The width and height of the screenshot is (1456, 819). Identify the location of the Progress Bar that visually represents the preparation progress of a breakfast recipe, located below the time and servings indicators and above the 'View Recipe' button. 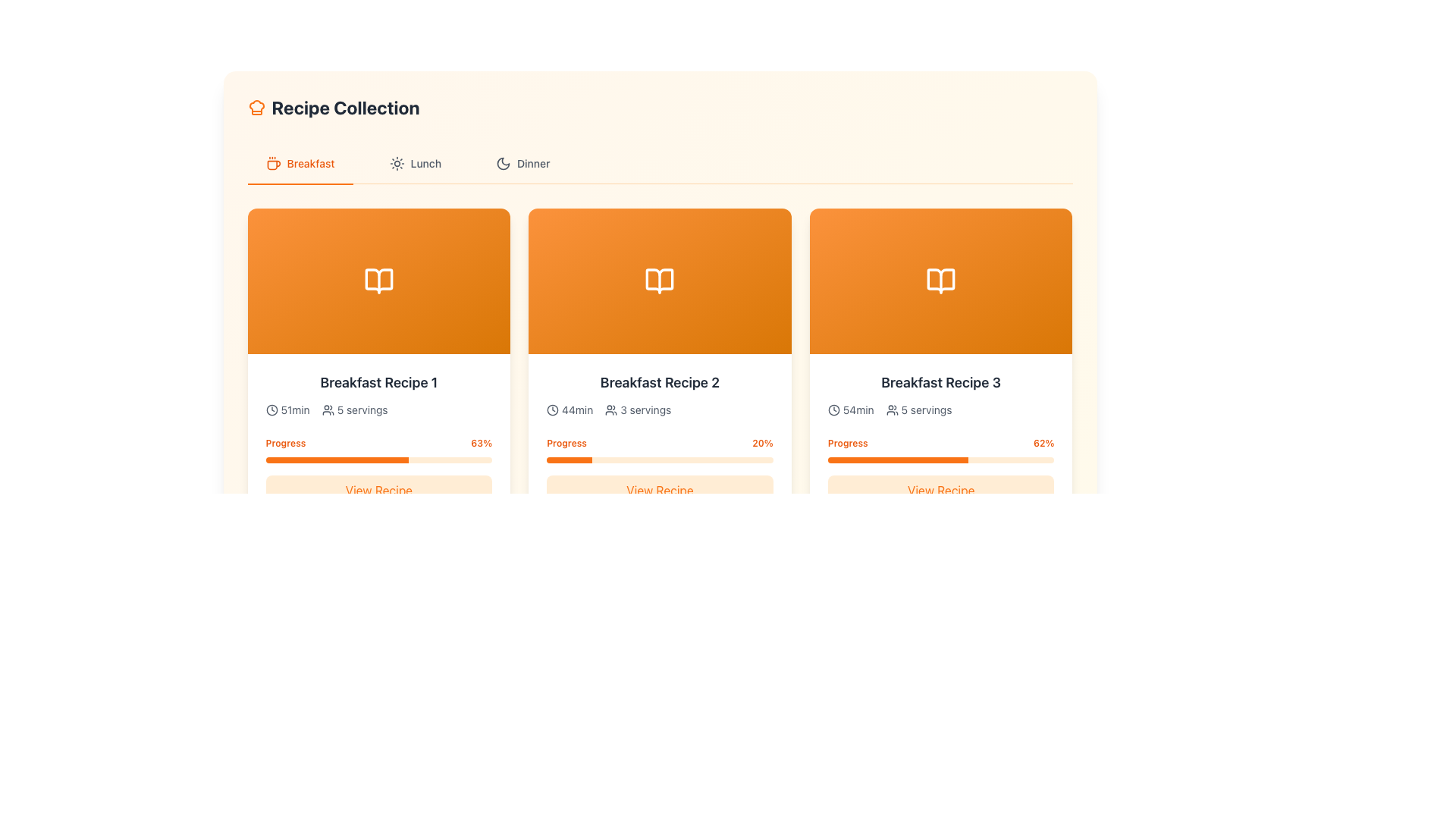
(660, 780).